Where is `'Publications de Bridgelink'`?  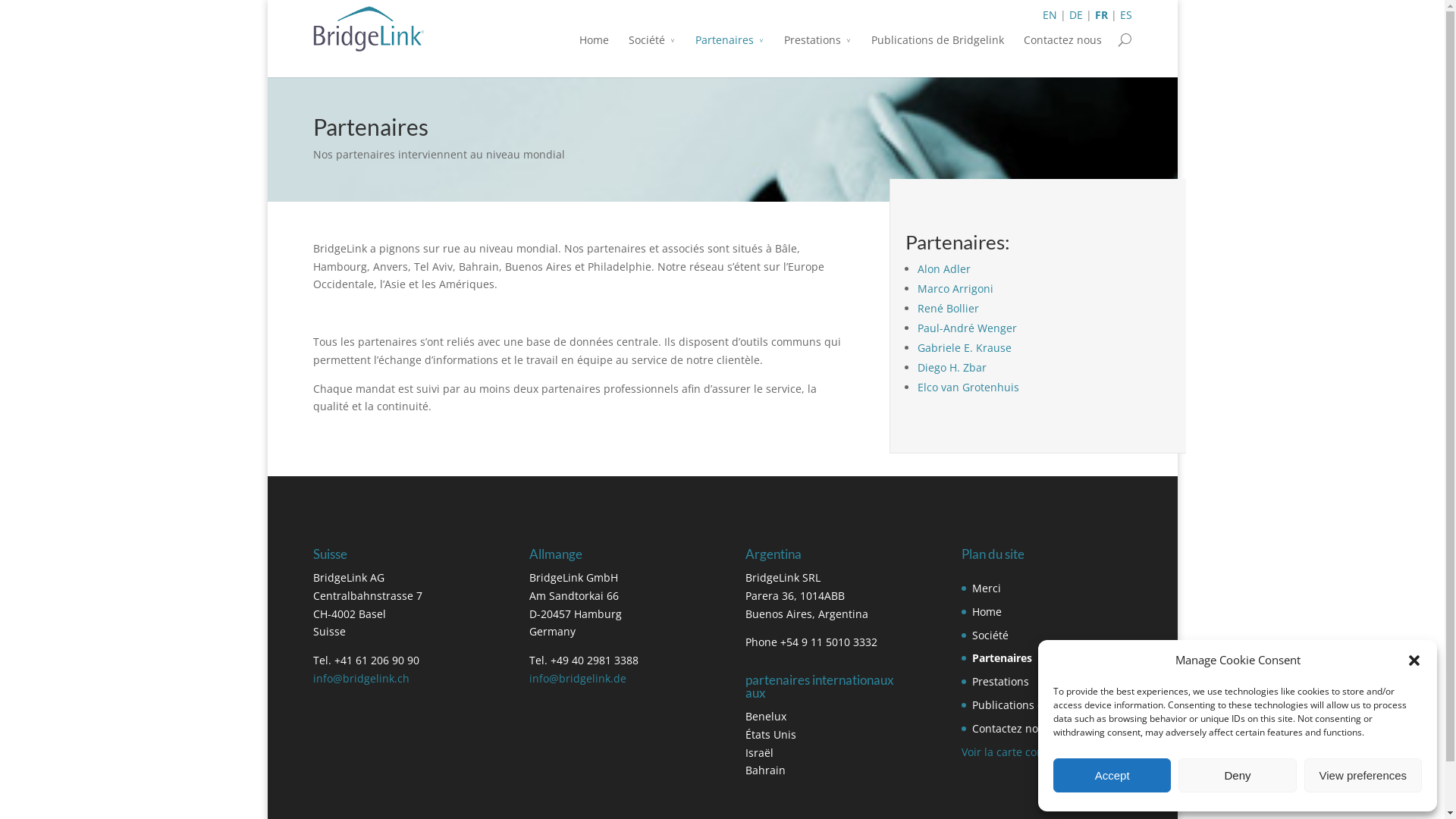
'Publications de Bridgelink' is located at coordinates (936, 49).